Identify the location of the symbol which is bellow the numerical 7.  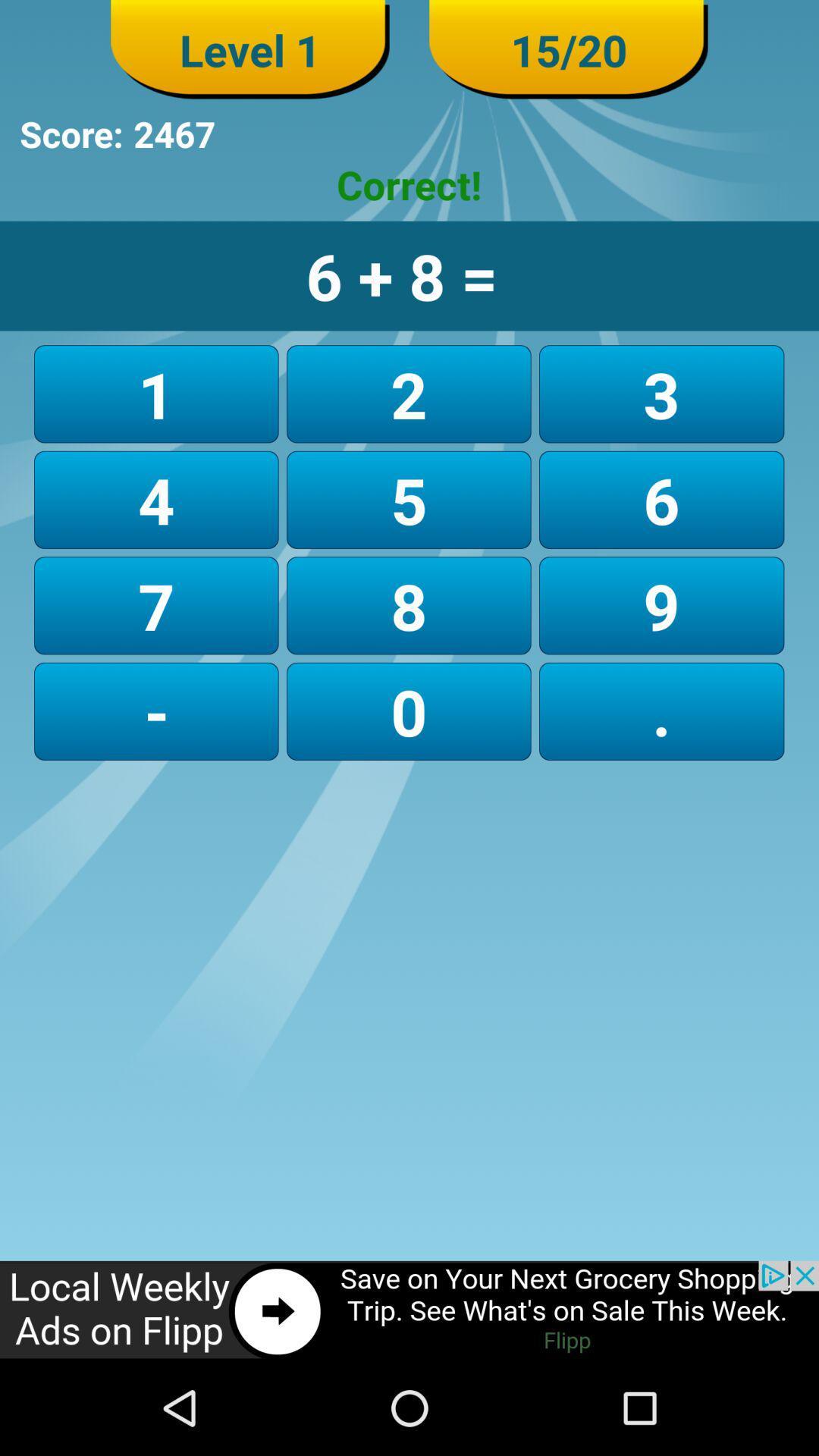
(156, 711).